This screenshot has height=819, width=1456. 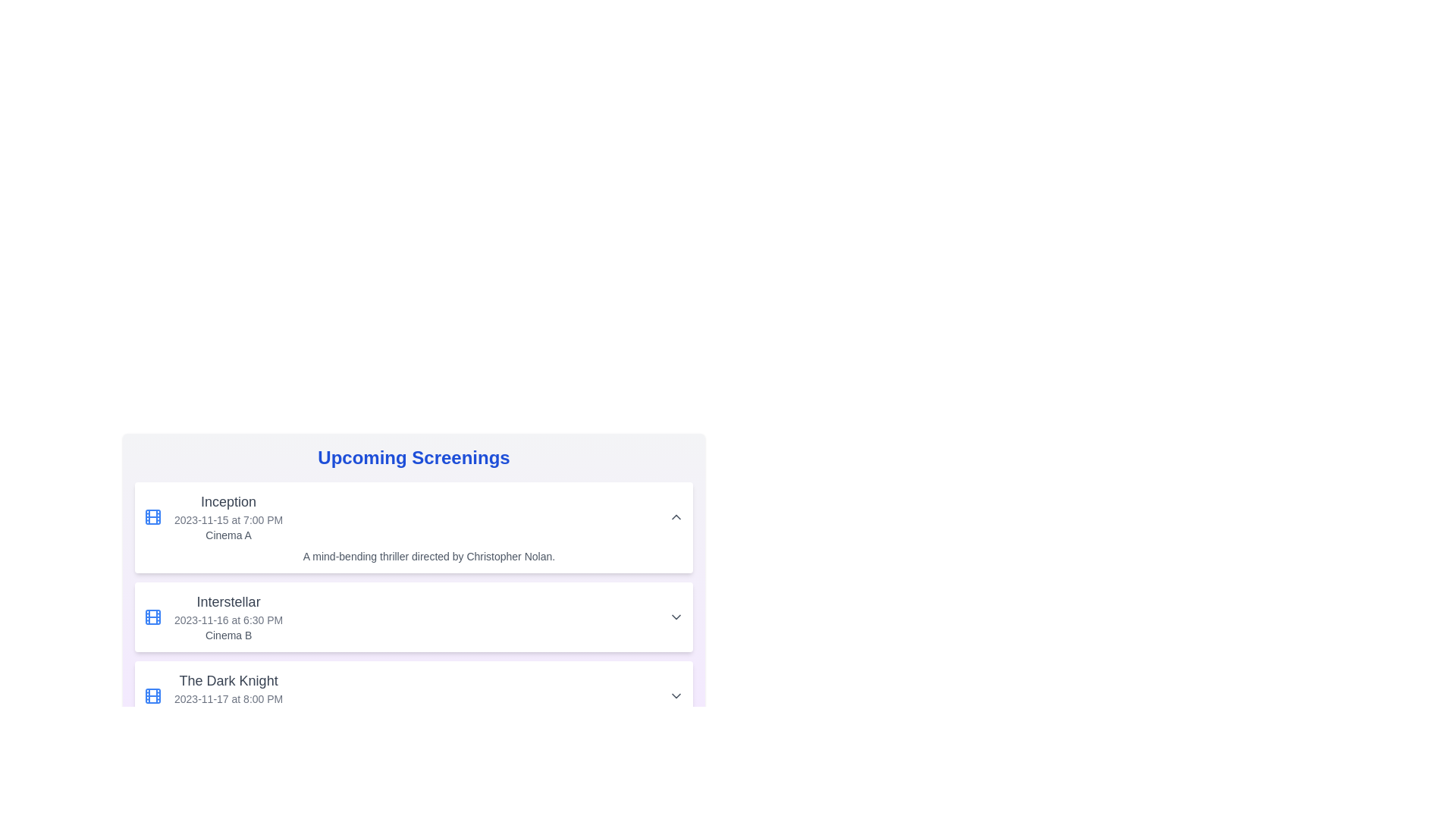 I want to click on the details of the informational text block about the upcoming movie screening, which is positioned below 'Inception' and above 'The Dark Knight' in the list, so click(x=227, y=617).